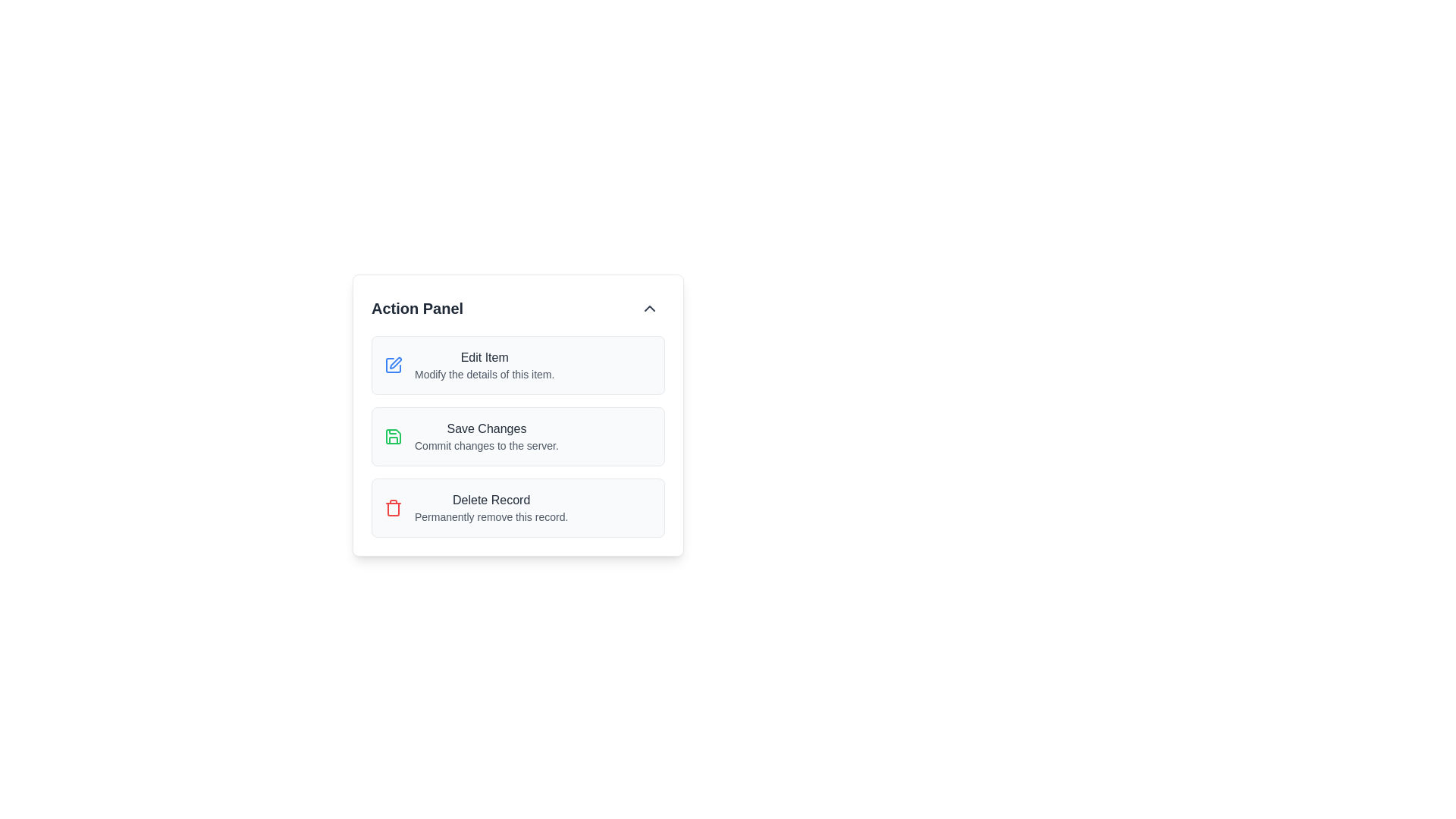 The width and height of the screenshot is (1456, 819). What do you see at coordinates (650, 308) in the screenshot?
I see `the upward-pointing chevron icon located at the top-right corner of the Action Panel card` at bounding box center [650, 308].